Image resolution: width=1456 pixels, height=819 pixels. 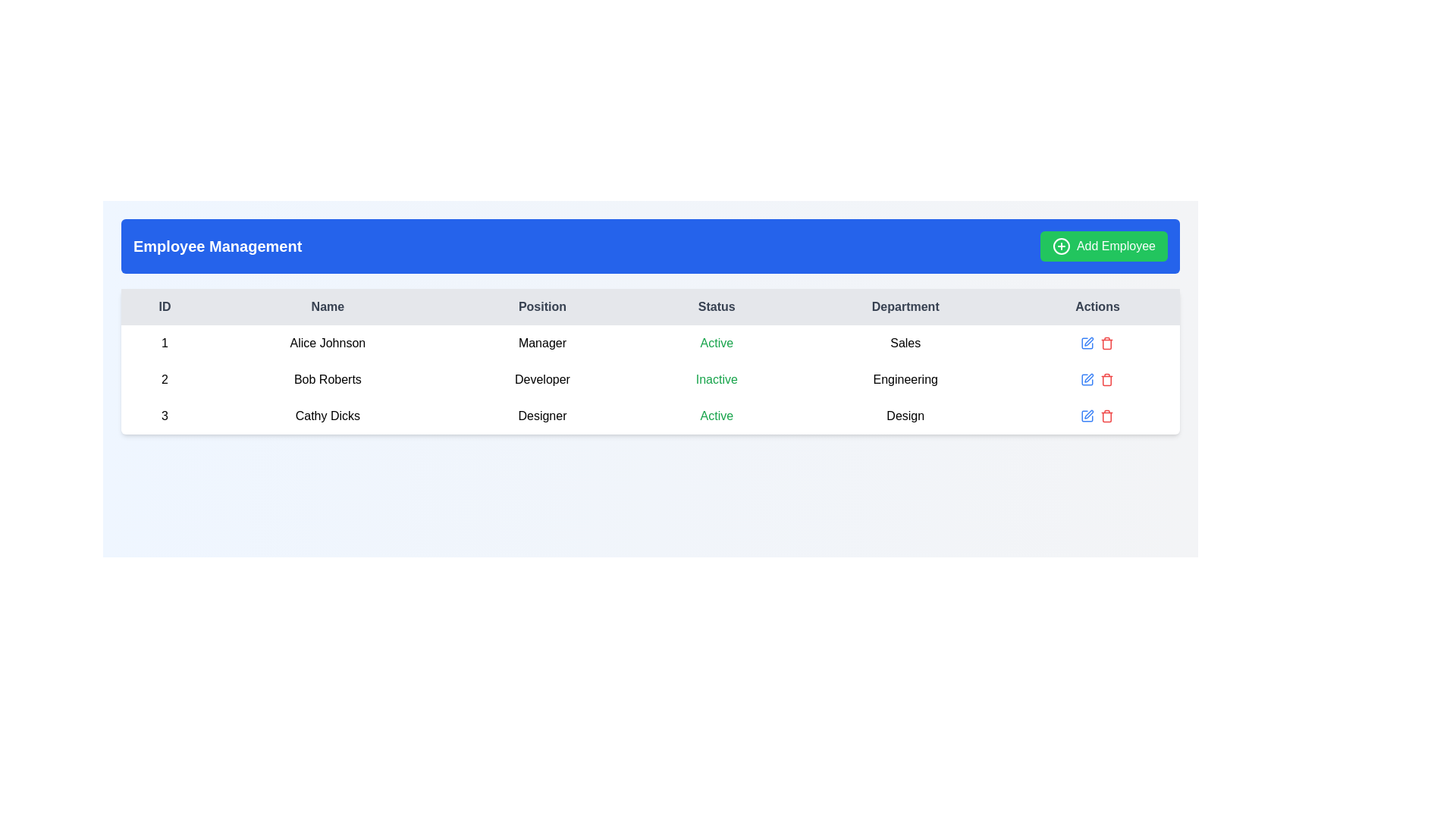 What do you see at coordinates (716, 416) in the screenshot?
I see `the text label reading 'Active', which is styled with a green color font and located in the fourth column of the third row under the 'Status' header in the table` at bounding box center [716, 416].